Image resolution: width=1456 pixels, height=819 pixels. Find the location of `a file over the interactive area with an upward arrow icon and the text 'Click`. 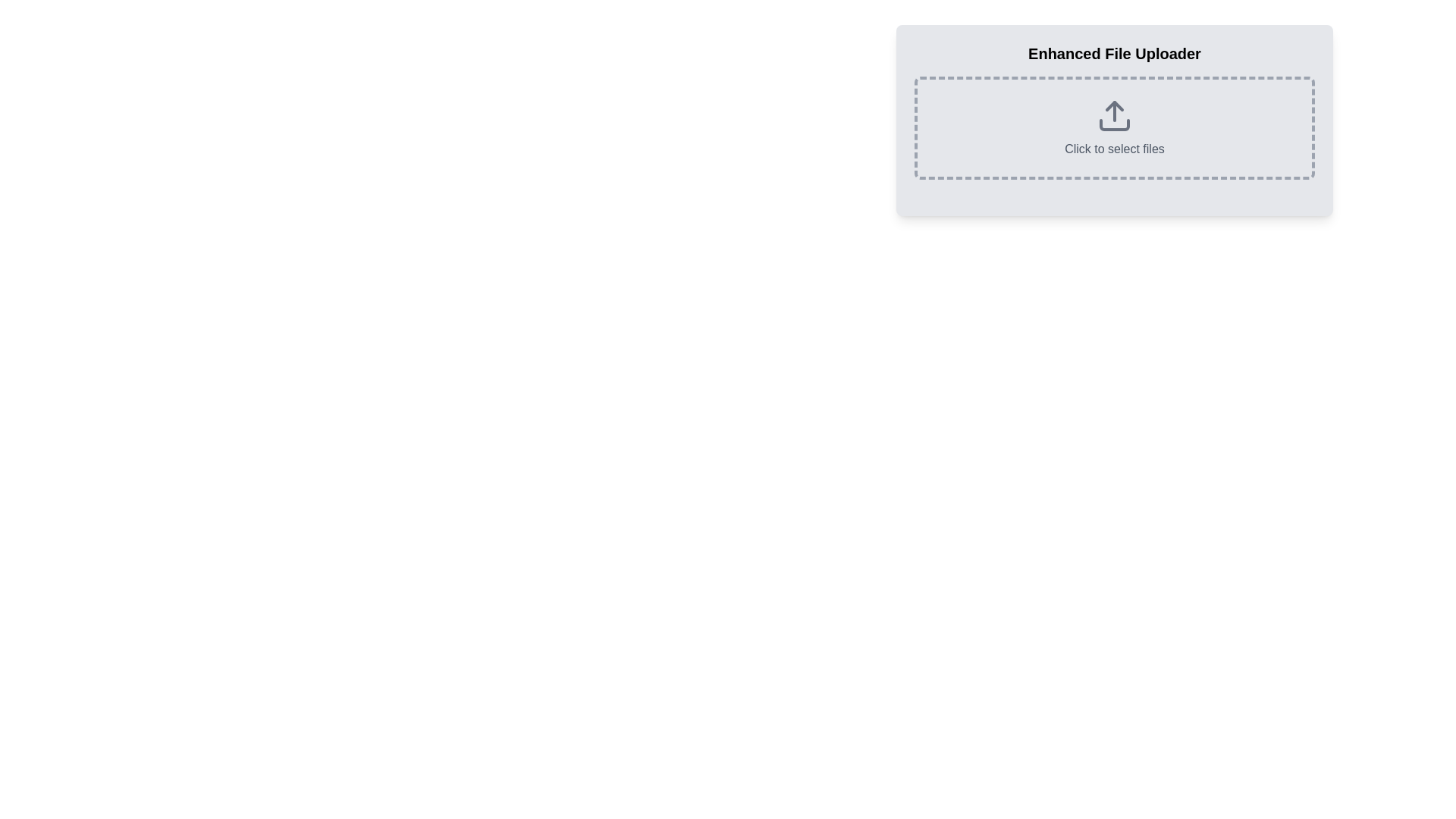

a file over the interactive area with an upward arrow icon and the text 'Click is located at coordinates (1114, 127).